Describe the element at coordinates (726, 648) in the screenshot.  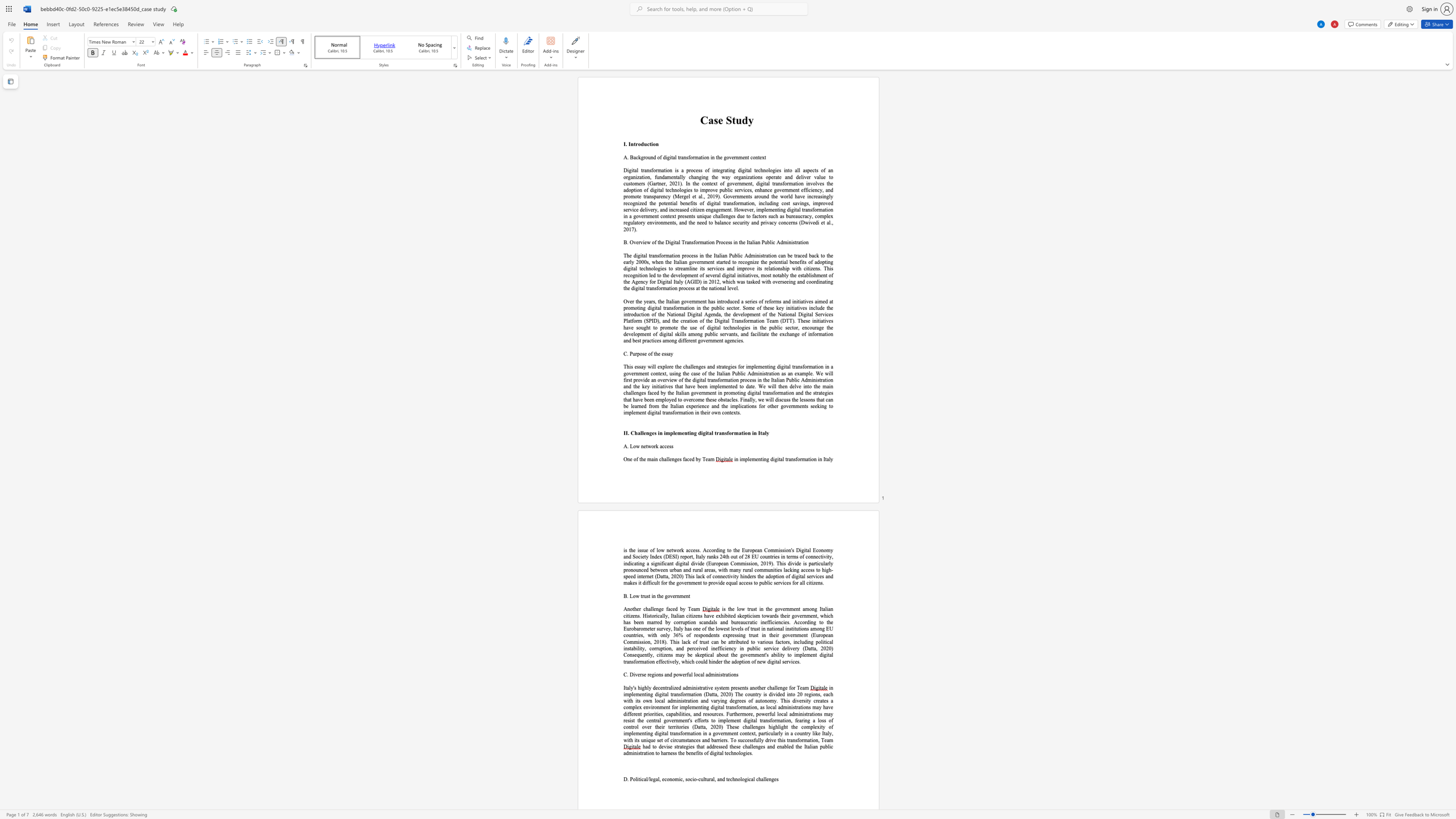
I see `the subset text "ency in public service delivery (Datta, 2020) Consequently, citizens may be skeptical about the government" within the text ", including political instability, corruption, and perceived inefficiency in public service delivery (Datta, 2020) Consequently, citizens may be skeptical about the government"` at that location.